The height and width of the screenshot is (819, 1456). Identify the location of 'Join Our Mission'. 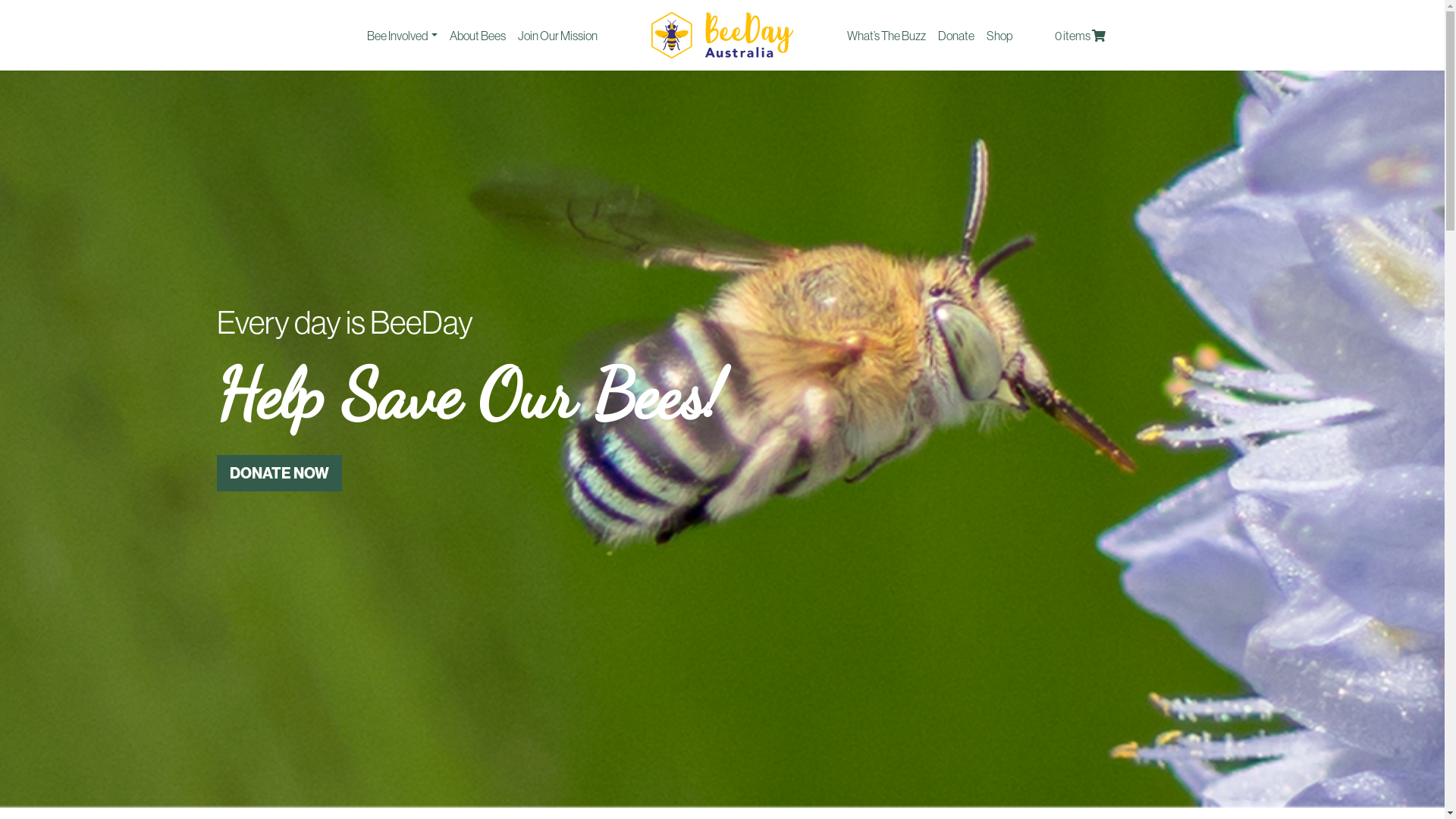
(557, 34).